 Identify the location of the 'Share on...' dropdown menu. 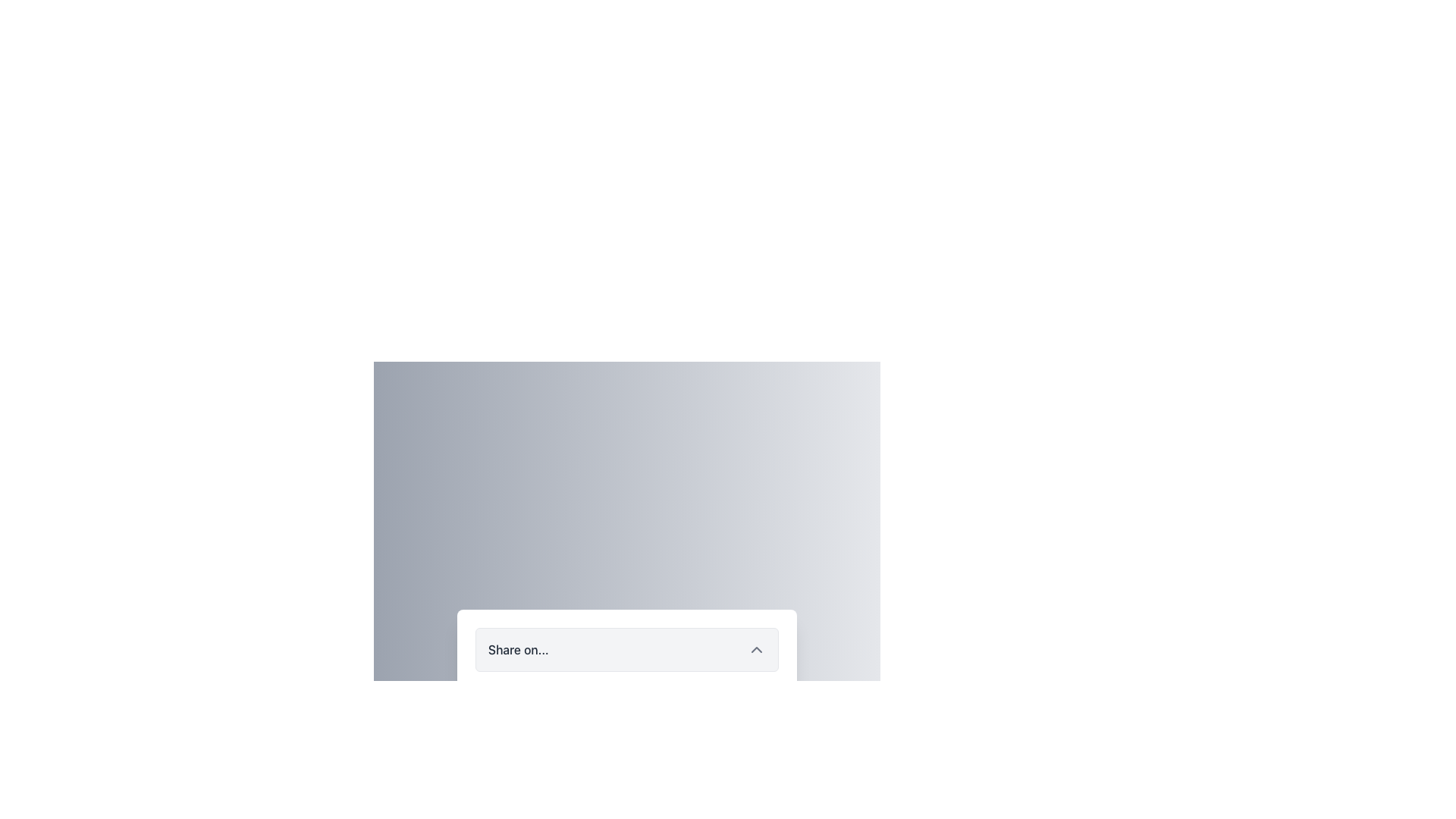
(626, 512).